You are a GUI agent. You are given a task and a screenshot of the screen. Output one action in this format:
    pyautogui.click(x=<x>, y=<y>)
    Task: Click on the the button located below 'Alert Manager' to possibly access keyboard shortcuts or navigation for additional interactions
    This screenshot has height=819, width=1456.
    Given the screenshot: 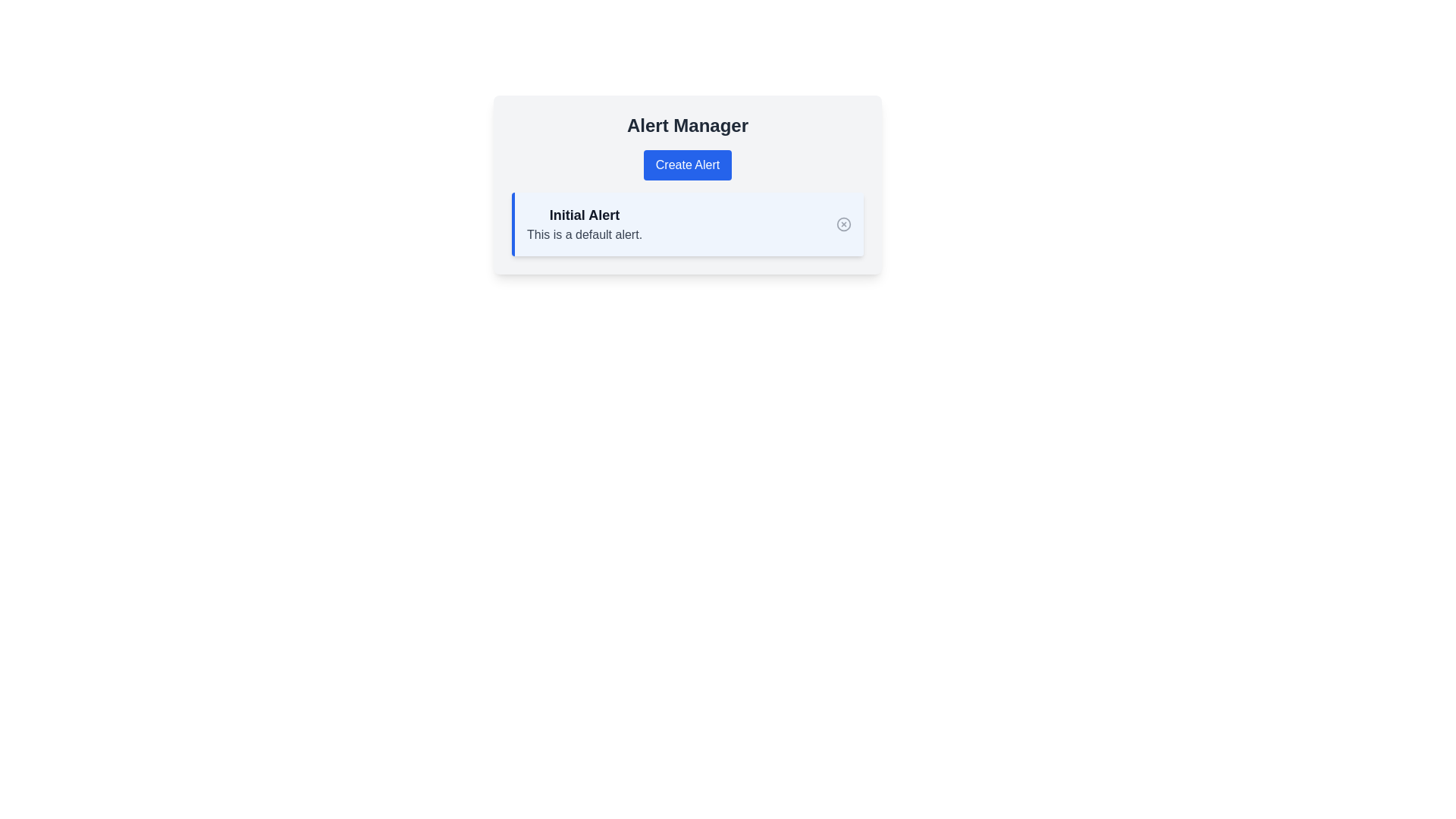 What is the action you would take?
    pyautogui.click(x=686, y=165)
    